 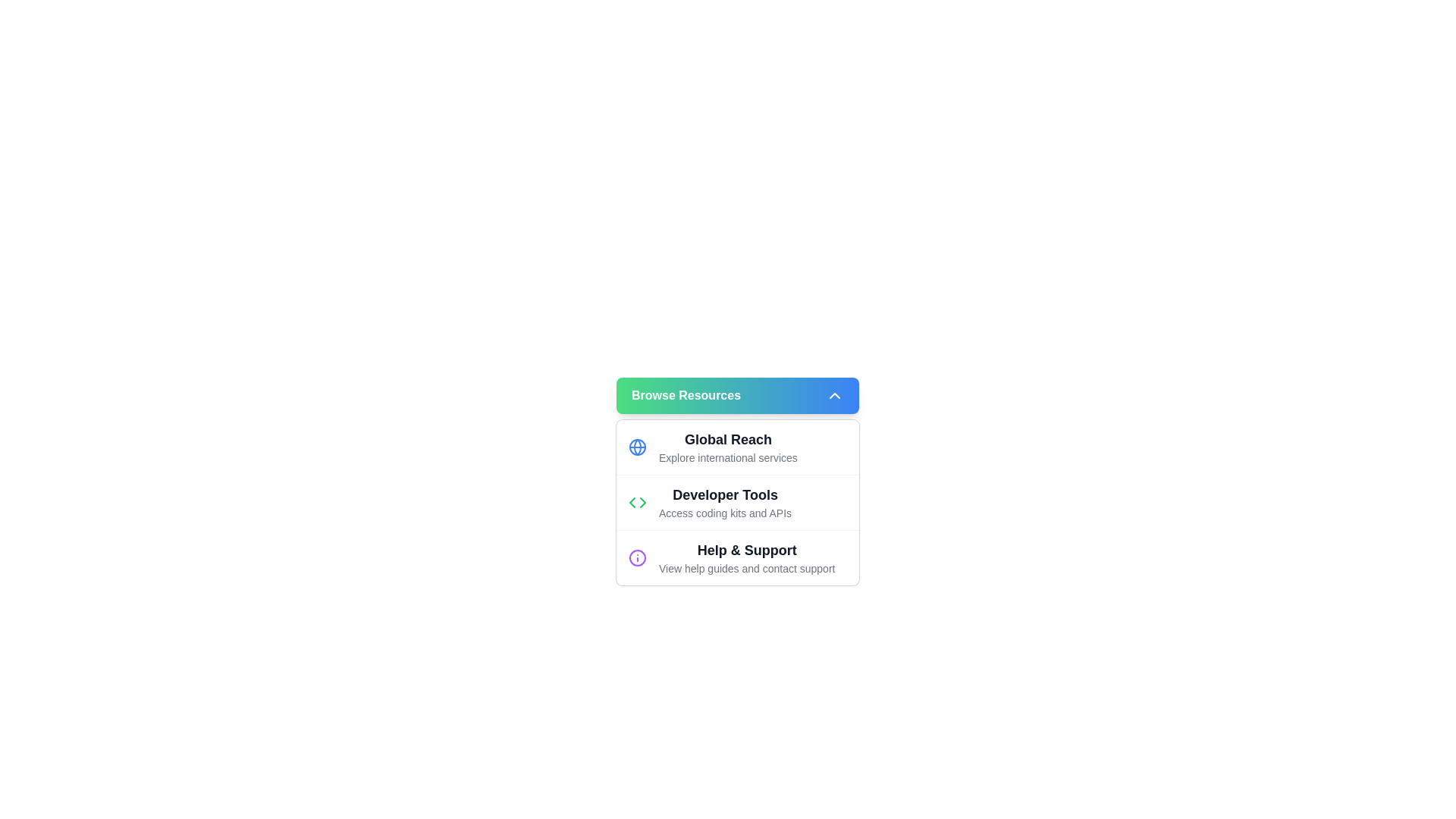 I want to click on the descriptive text label located under the 'Global Reach' title in the dropdown panel, which provides additional context about the section, so click(x=728, y=457).